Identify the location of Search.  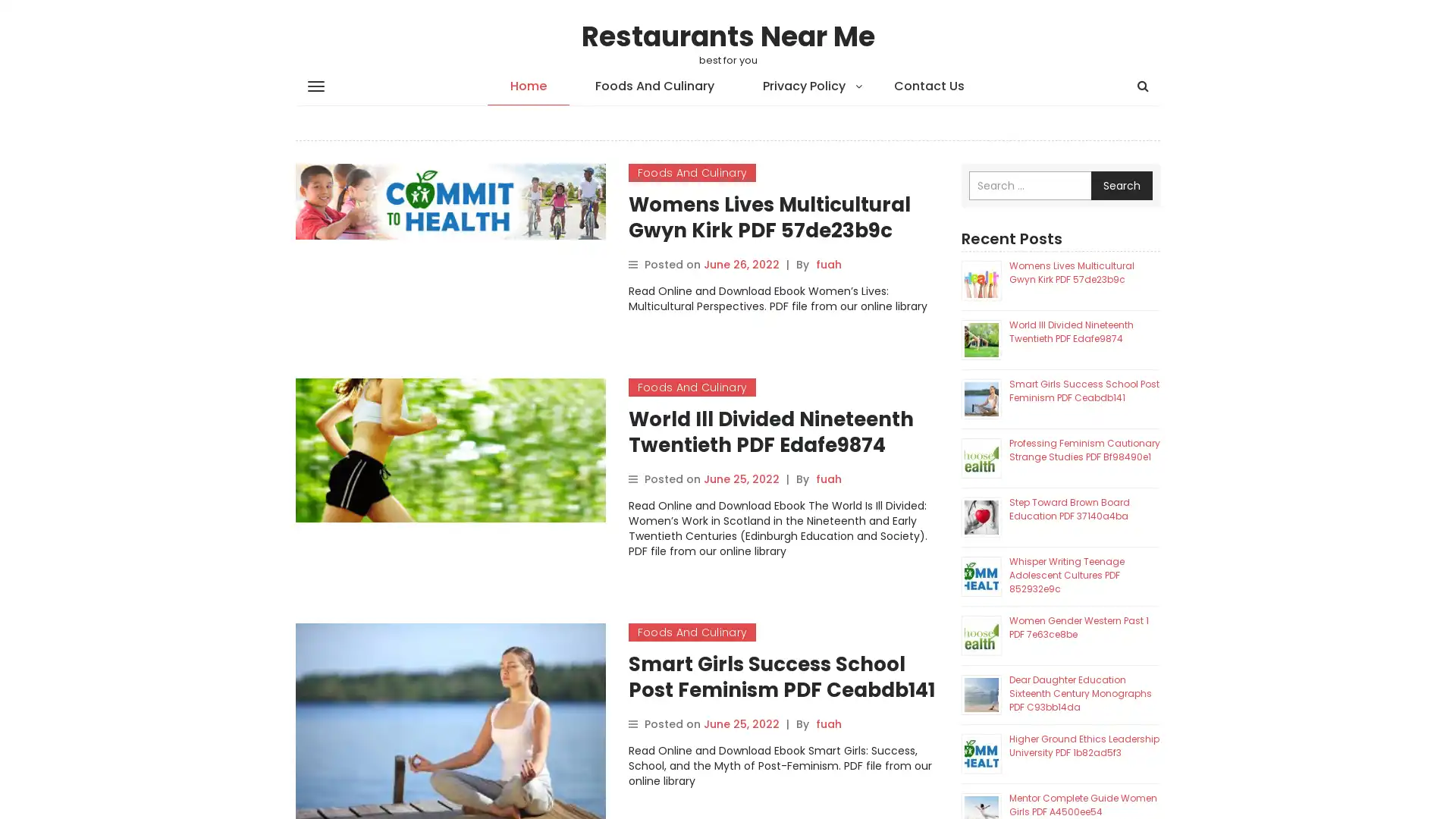
(1122, 185).